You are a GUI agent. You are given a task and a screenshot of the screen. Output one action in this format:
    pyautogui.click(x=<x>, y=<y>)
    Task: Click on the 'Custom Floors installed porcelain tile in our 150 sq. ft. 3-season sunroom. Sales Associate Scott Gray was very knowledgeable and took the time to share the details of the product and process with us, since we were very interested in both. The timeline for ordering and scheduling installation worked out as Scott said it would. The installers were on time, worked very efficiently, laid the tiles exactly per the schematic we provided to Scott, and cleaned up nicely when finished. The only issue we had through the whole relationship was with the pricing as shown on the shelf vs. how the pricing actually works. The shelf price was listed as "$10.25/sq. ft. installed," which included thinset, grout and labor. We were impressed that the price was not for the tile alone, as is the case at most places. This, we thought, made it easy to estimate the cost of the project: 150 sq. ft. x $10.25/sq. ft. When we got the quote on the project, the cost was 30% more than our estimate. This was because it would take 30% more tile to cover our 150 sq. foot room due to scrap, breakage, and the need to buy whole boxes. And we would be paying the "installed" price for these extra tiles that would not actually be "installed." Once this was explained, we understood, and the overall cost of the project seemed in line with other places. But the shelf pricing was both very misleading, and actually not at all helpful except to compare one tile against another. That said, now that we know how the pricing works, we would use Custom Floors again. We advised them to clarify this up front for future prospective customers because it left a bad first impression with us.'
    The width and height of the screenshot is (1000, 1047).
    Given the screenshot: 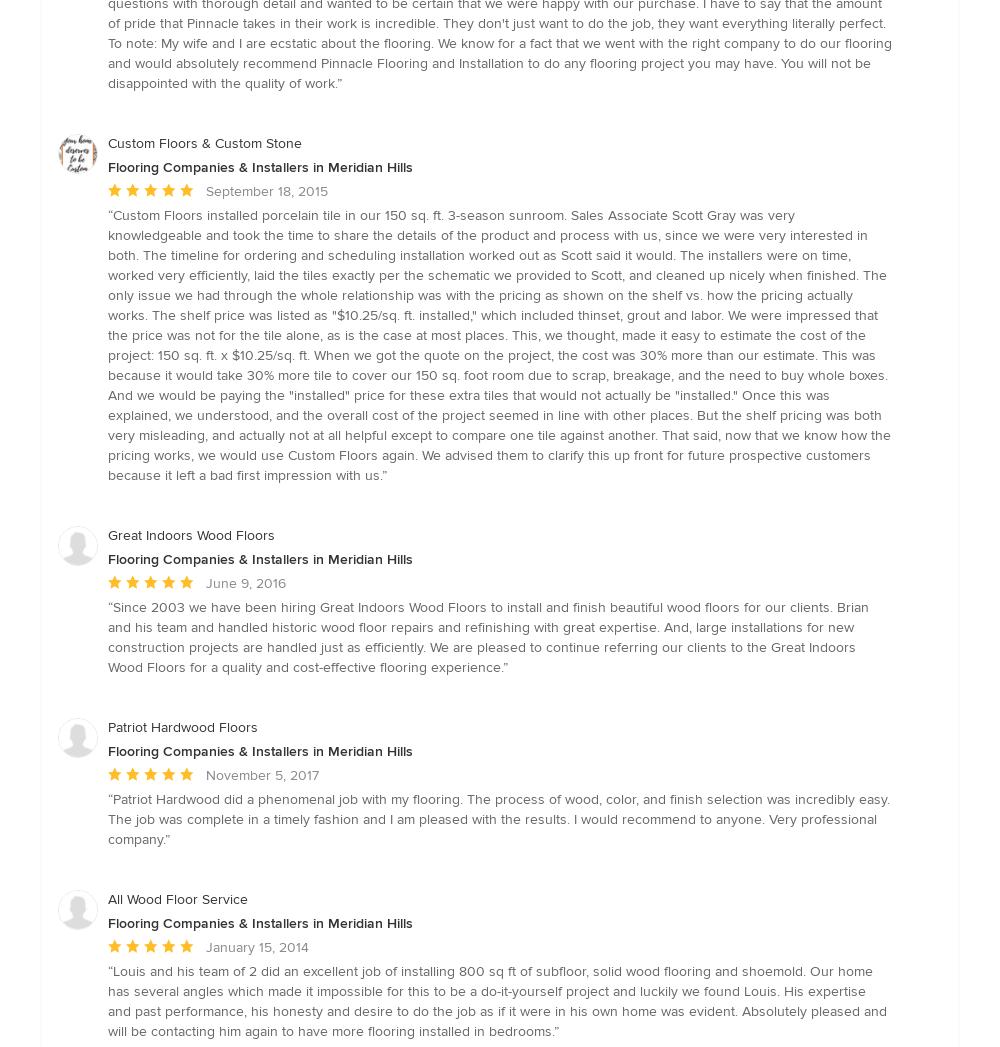 What is the action you would take?
    pyautogui.click(x=498, y=345)
    